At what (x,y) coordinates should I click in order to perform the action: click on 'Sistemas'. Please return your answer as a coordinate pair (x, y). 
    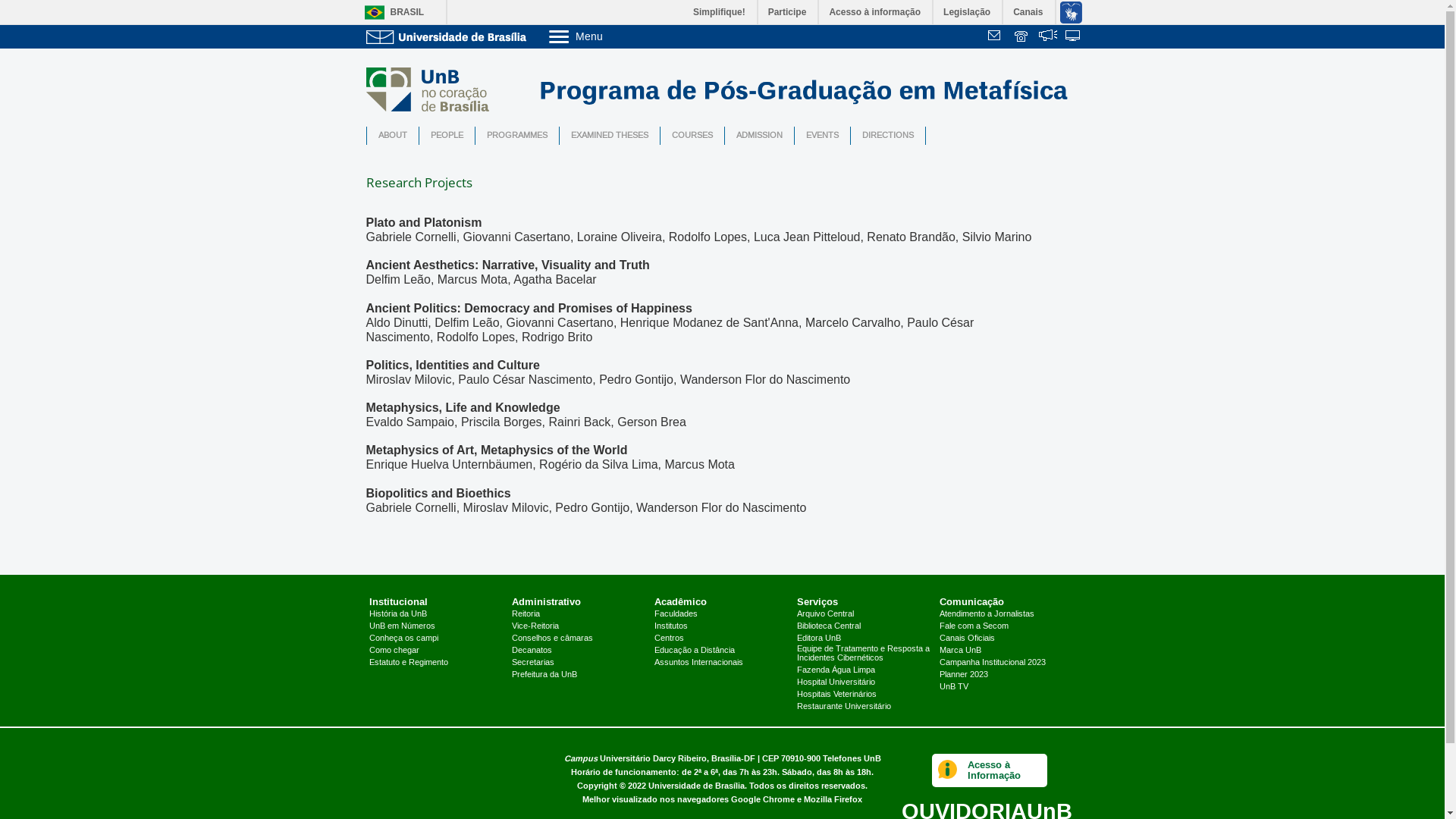
    Looking at the image, I should click on (1073, 36).